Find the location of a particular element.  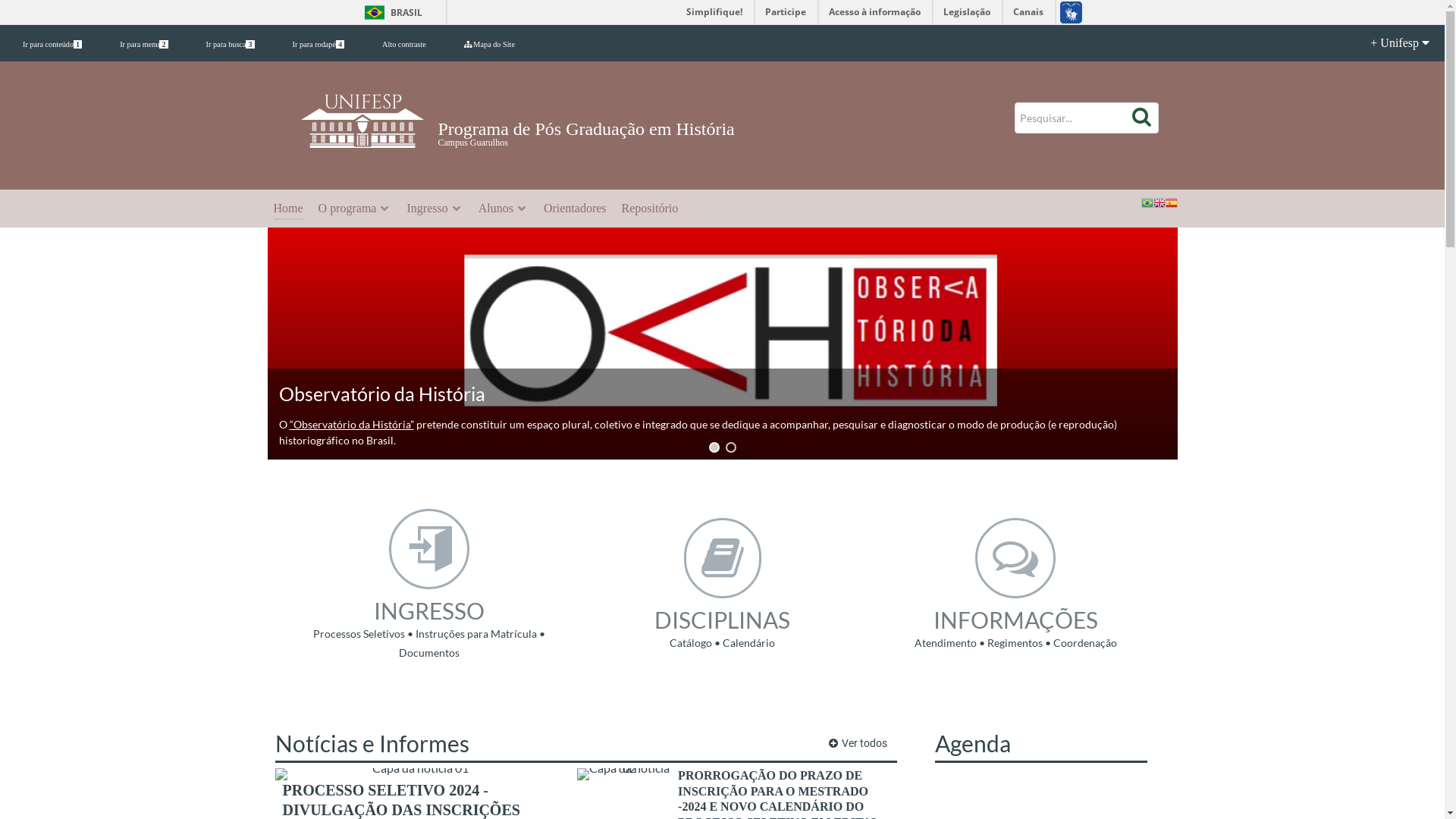

'Ir para busca3' is located at coordinates (229, 43).